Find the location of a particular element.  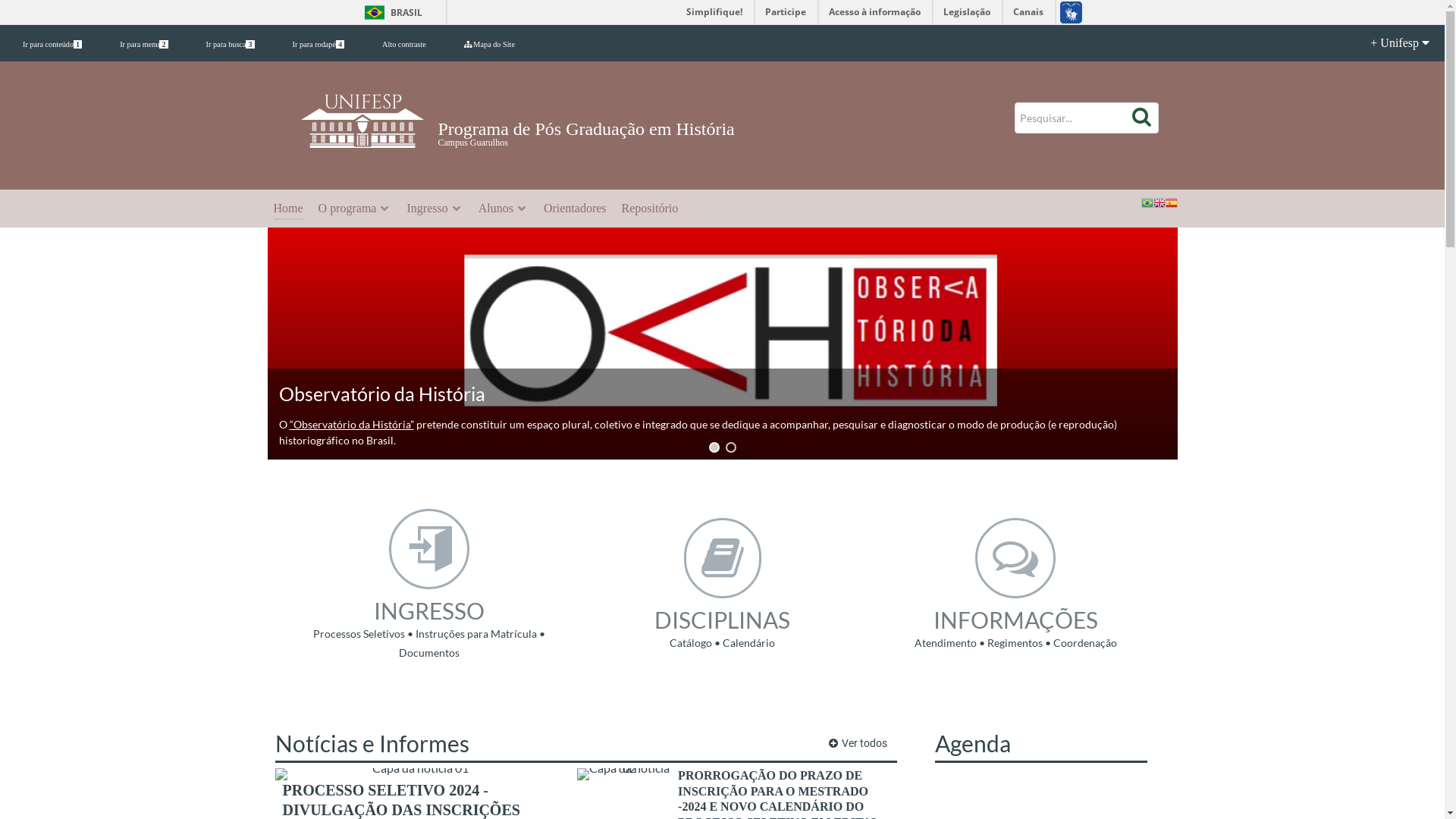

'Ir para busca3' is located at coordinates (229, 43).